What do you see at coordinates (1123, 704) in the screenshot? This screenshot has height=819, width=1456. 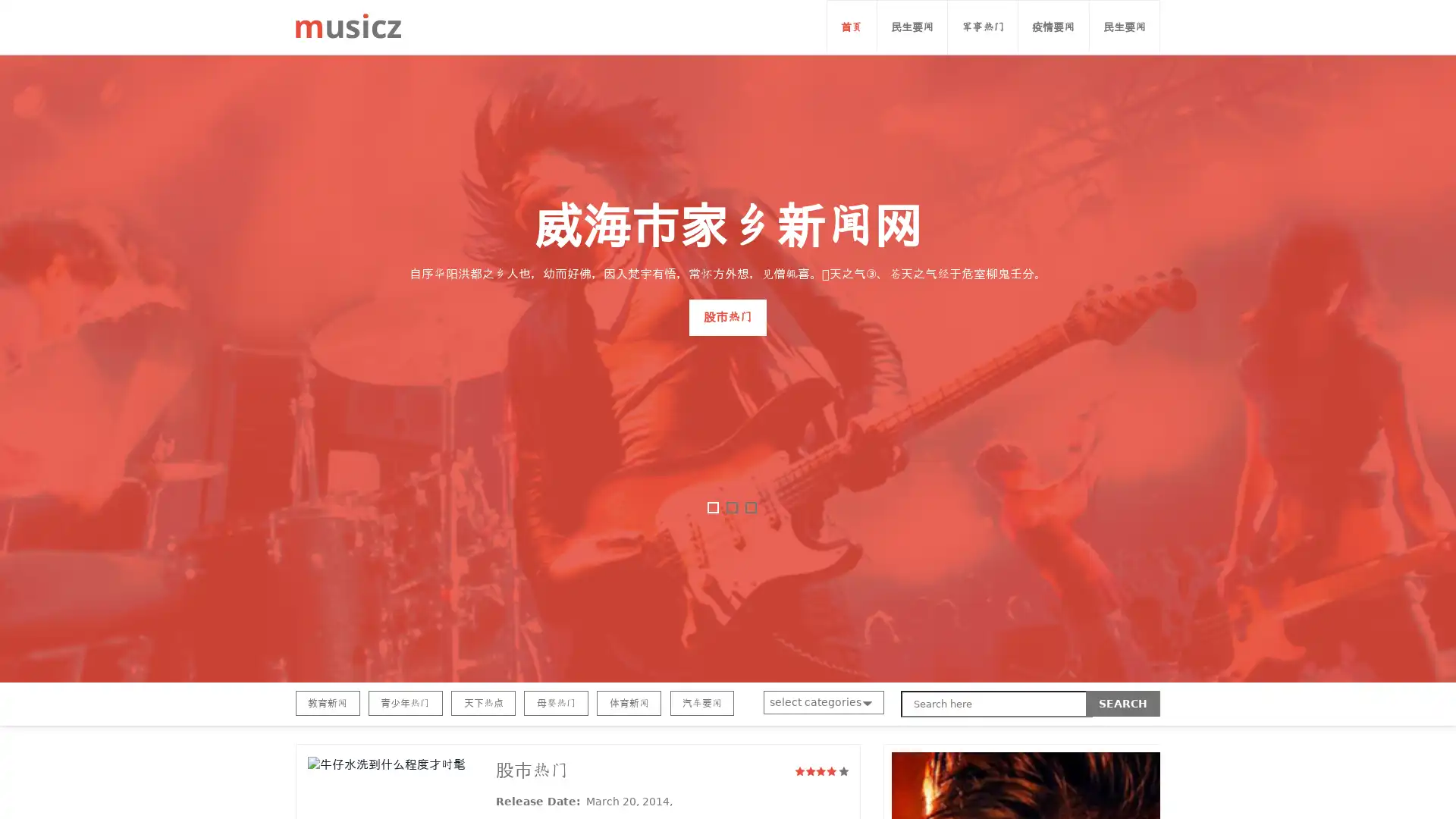 I see `search` at bounding box center [1123, 704].